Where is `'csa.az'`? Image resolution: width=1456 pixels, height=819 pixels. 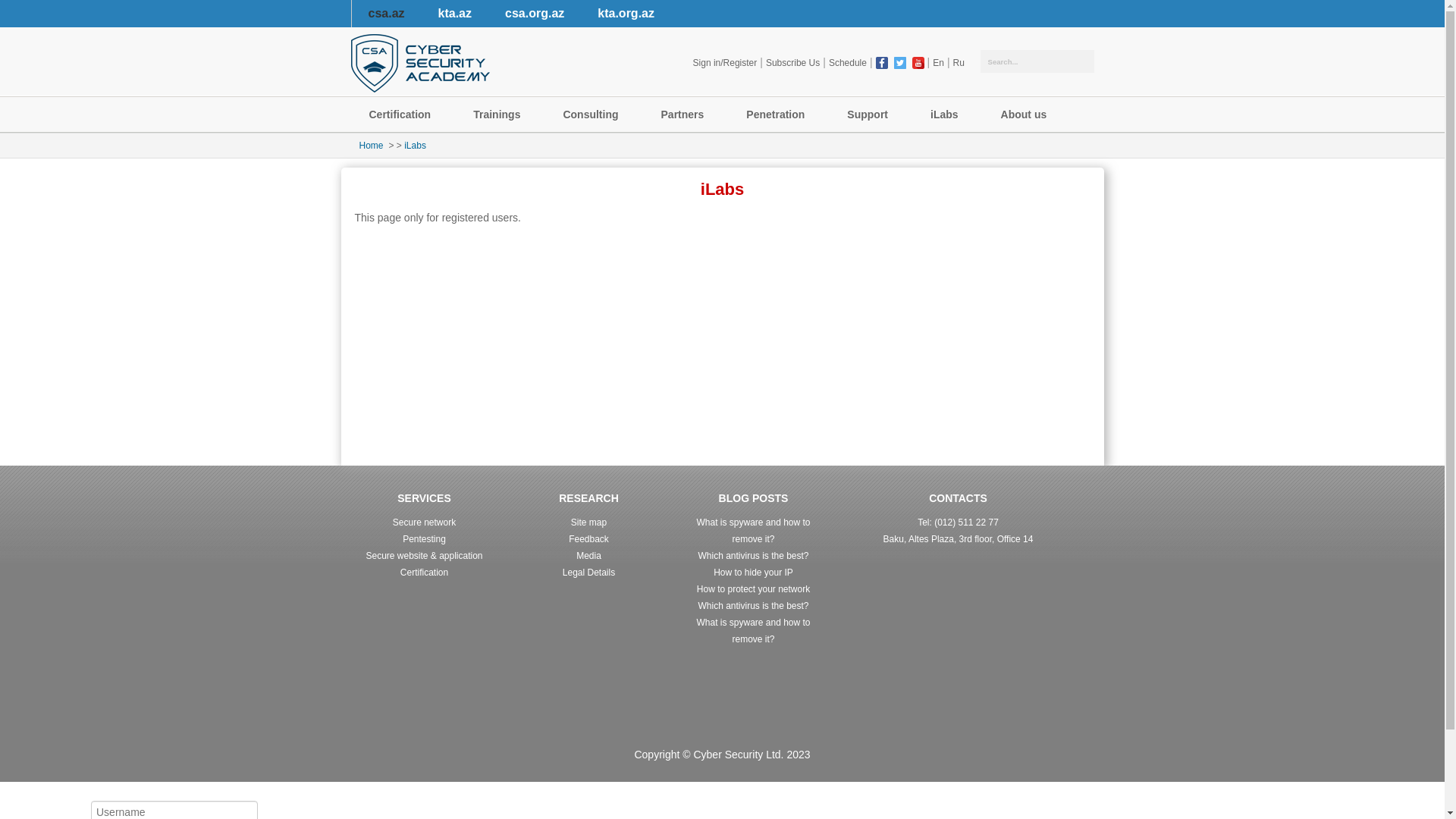 'csa.az' is located at coordinates (385, 14).